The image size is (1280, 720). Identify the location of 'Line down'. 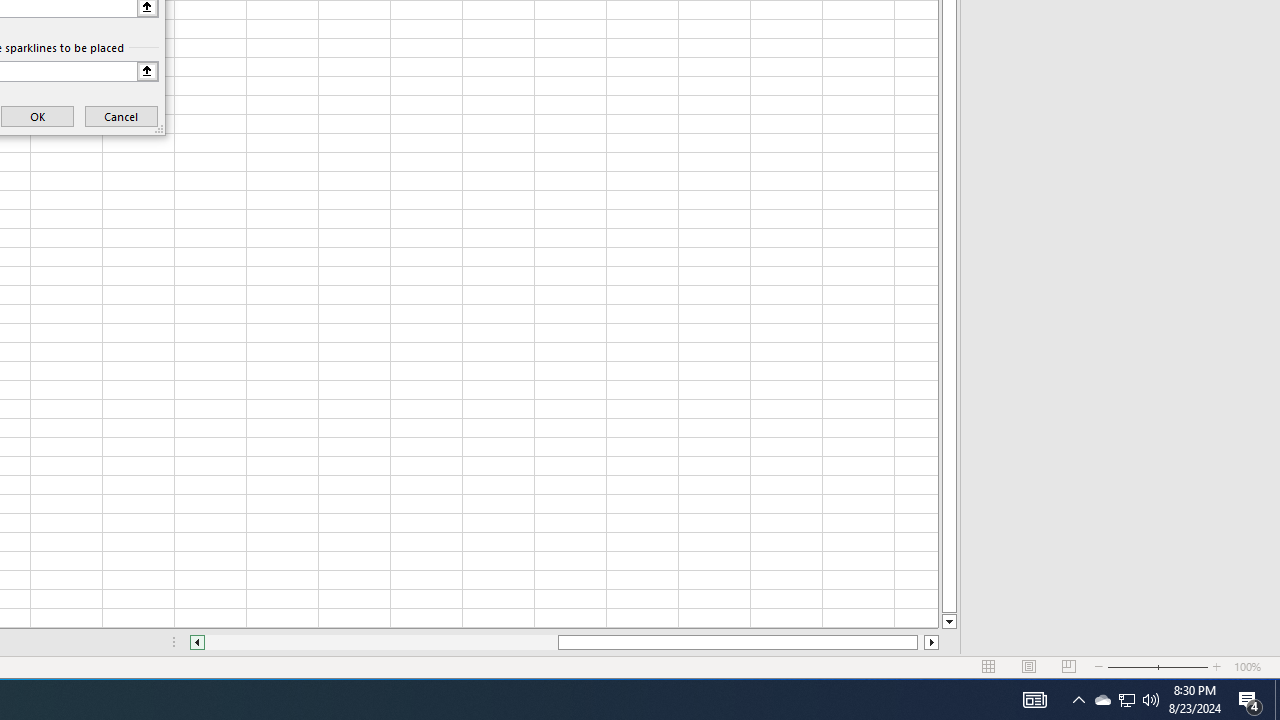
(948, 621).